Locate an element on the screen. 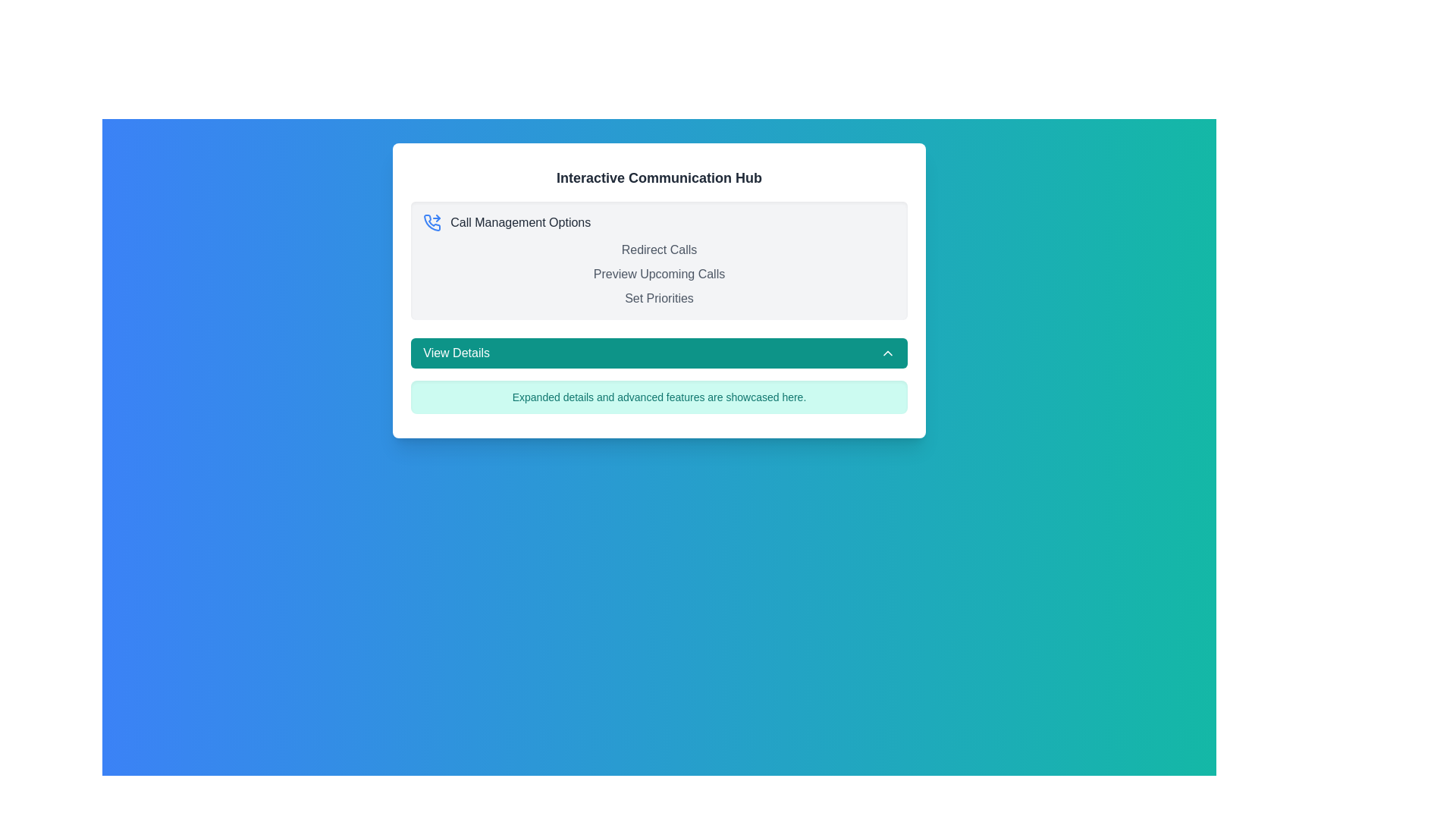 The height and width of the screenshot is (819, 1456). the static text label that indicates the function of the clickable button for viewing more details, located at the bottom section of the central module is located at coordinates (456, 353).